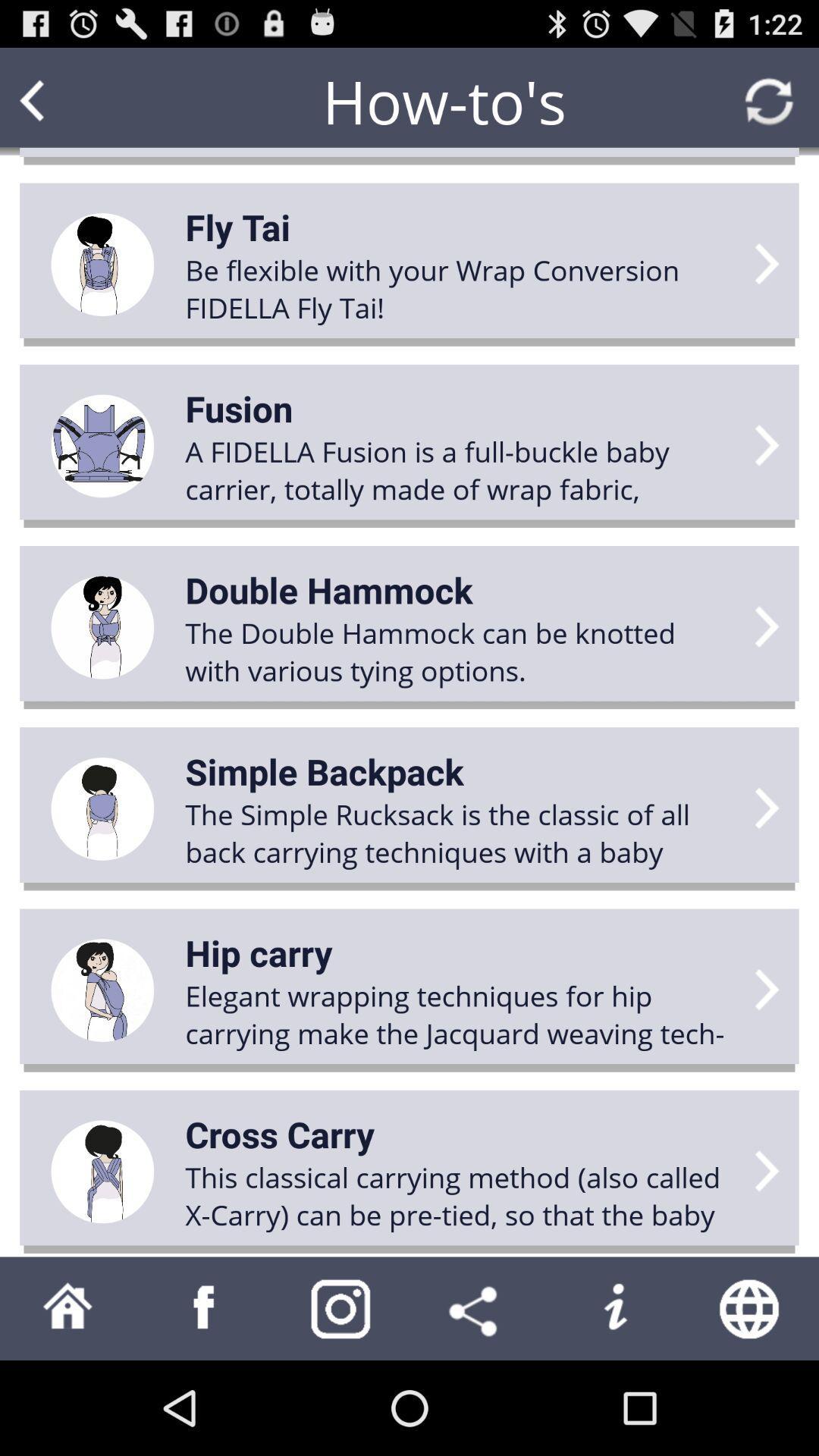  I want to click on refresh page, so click(769, 100).